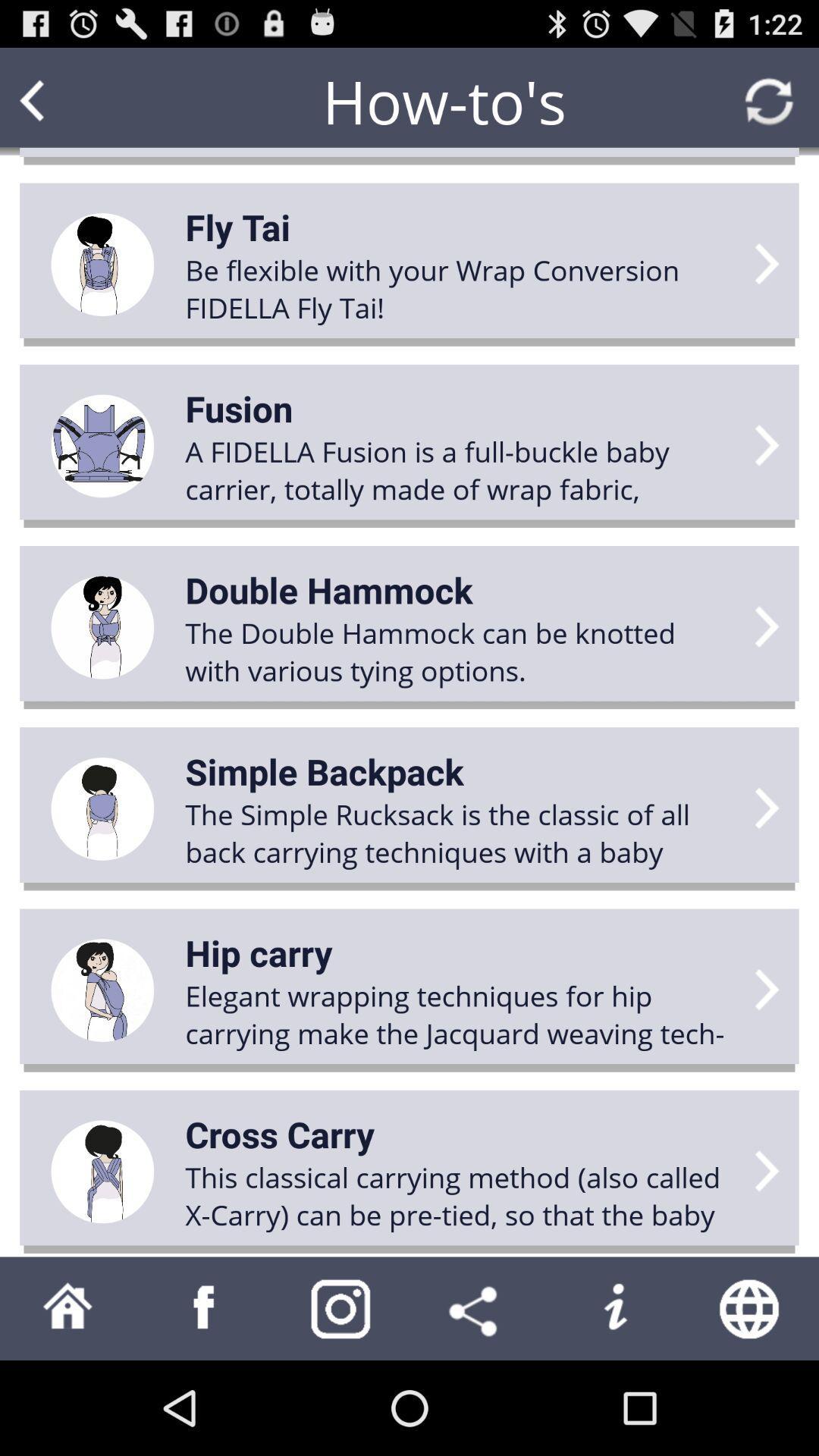  I want to click on refresh page, so click(769, 100).